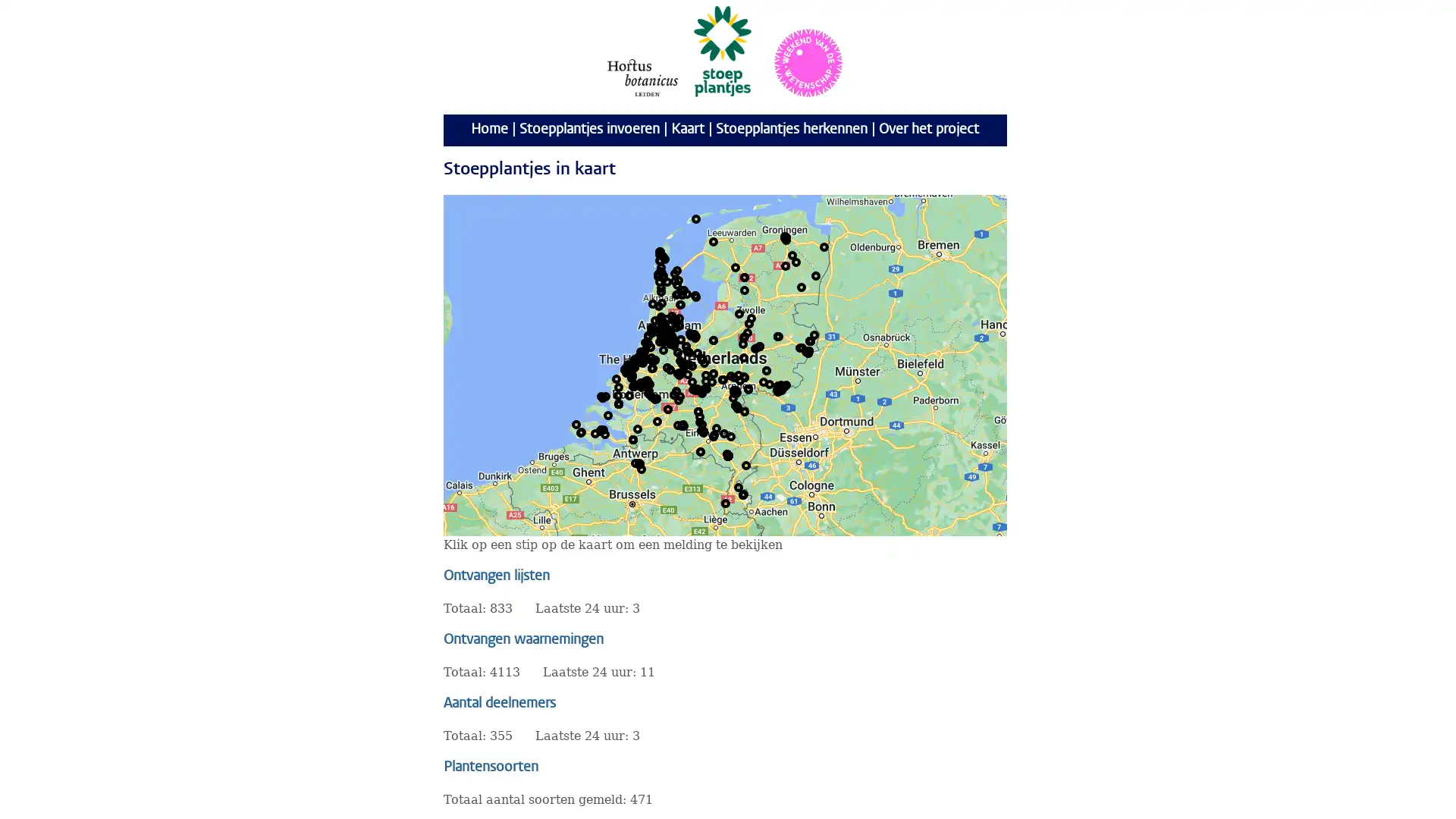  I want to click on Telling van Mika Tkauz op 05 oktober 2021, so click(641, 359).